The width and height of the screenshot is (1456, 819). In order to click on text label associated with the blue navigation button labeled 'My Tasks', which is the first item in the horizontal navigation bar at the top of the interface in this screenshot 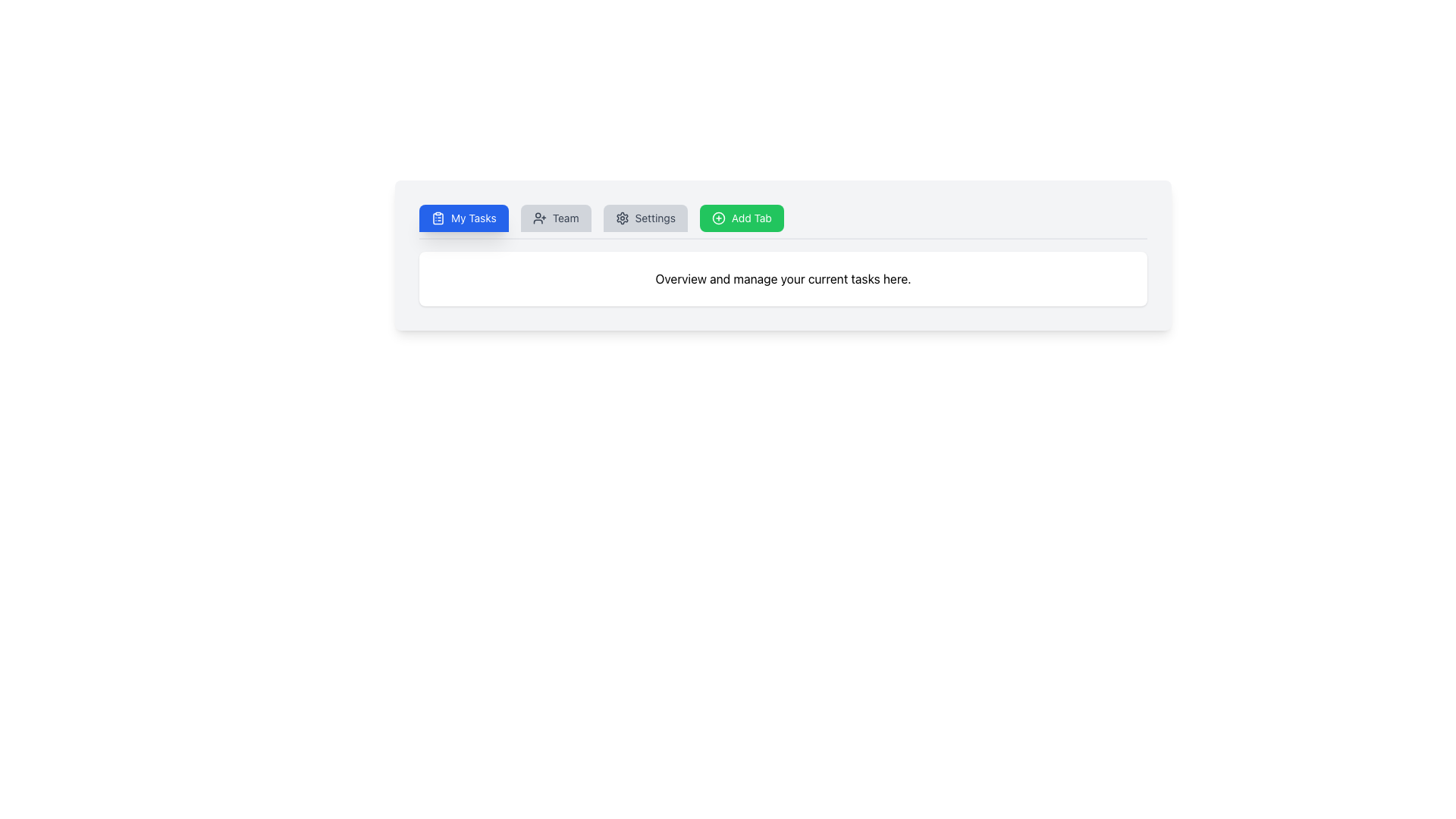, I will do `click(472, 218)`.